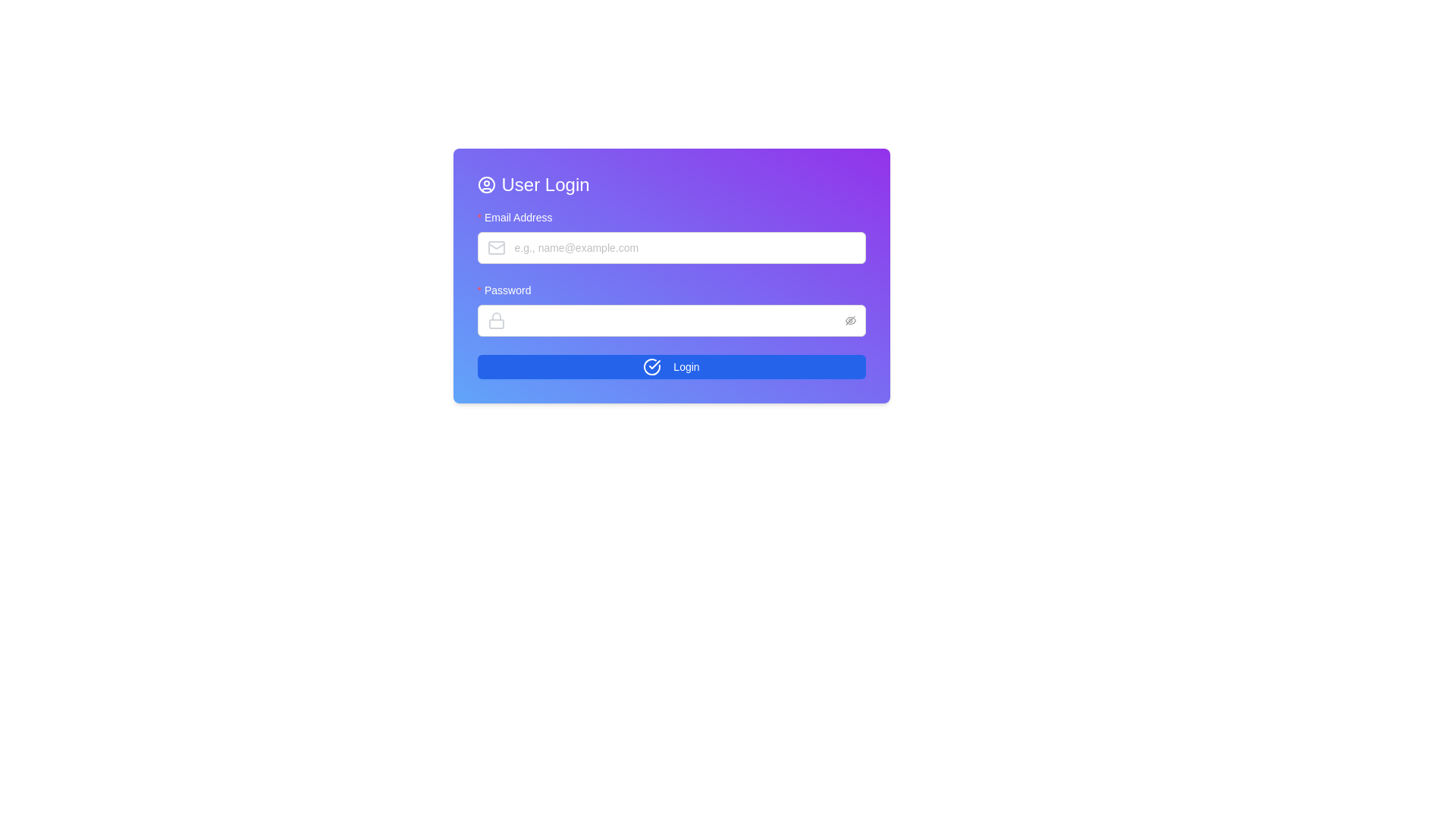  Describe the element at coordinates (496, 247) in the screenshot. I see `the email icon, which is an envelope shape with a gray outline, positioned inside the 'Email Address' input field` at that location.